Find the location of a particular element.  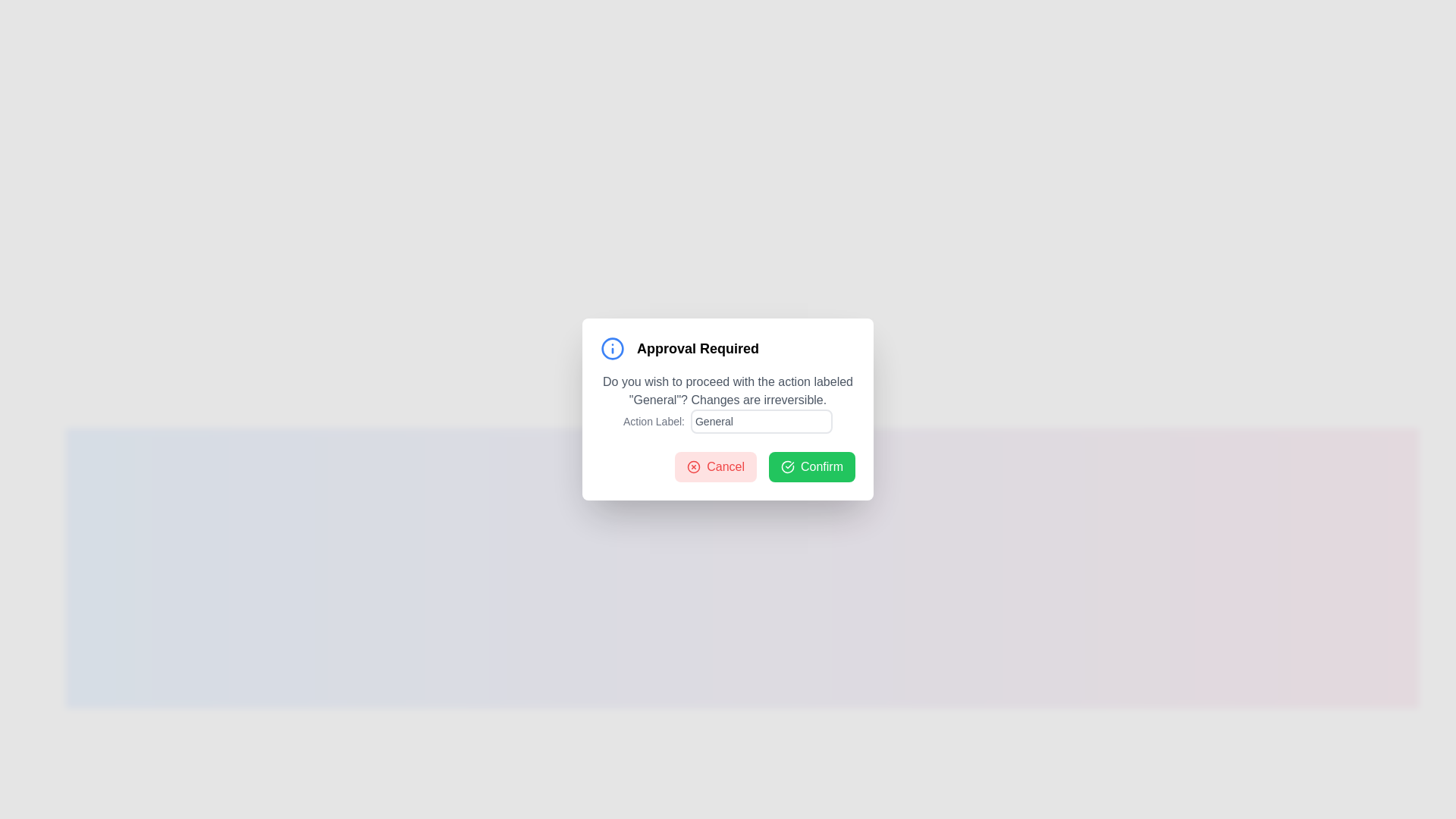

the informational indicator icon representing the 'Approval Required' section, located to the left of the 'Approval Required' text in the dialog box is located at coordinates (612, 348).